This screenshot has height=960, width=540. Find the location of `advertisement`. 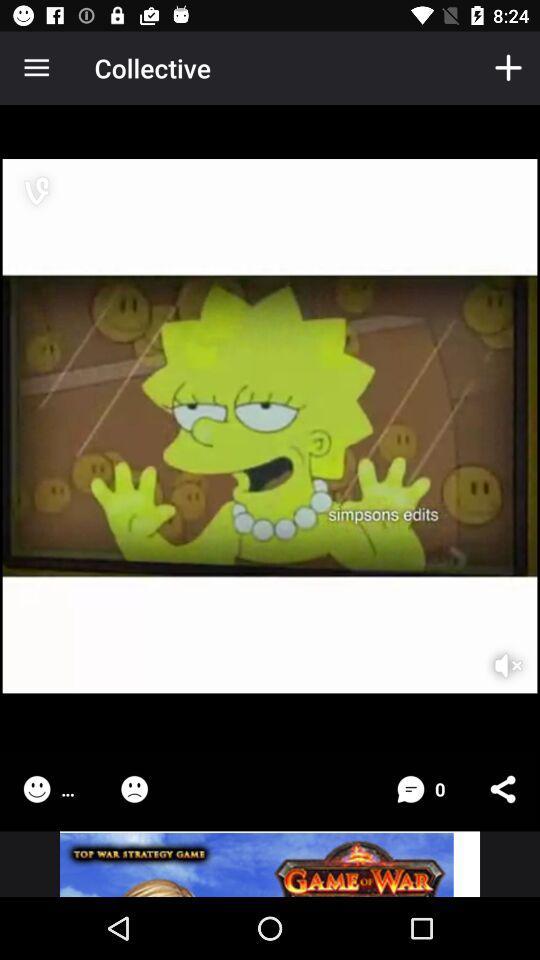

advertisement is located at coordinates (270, 863).